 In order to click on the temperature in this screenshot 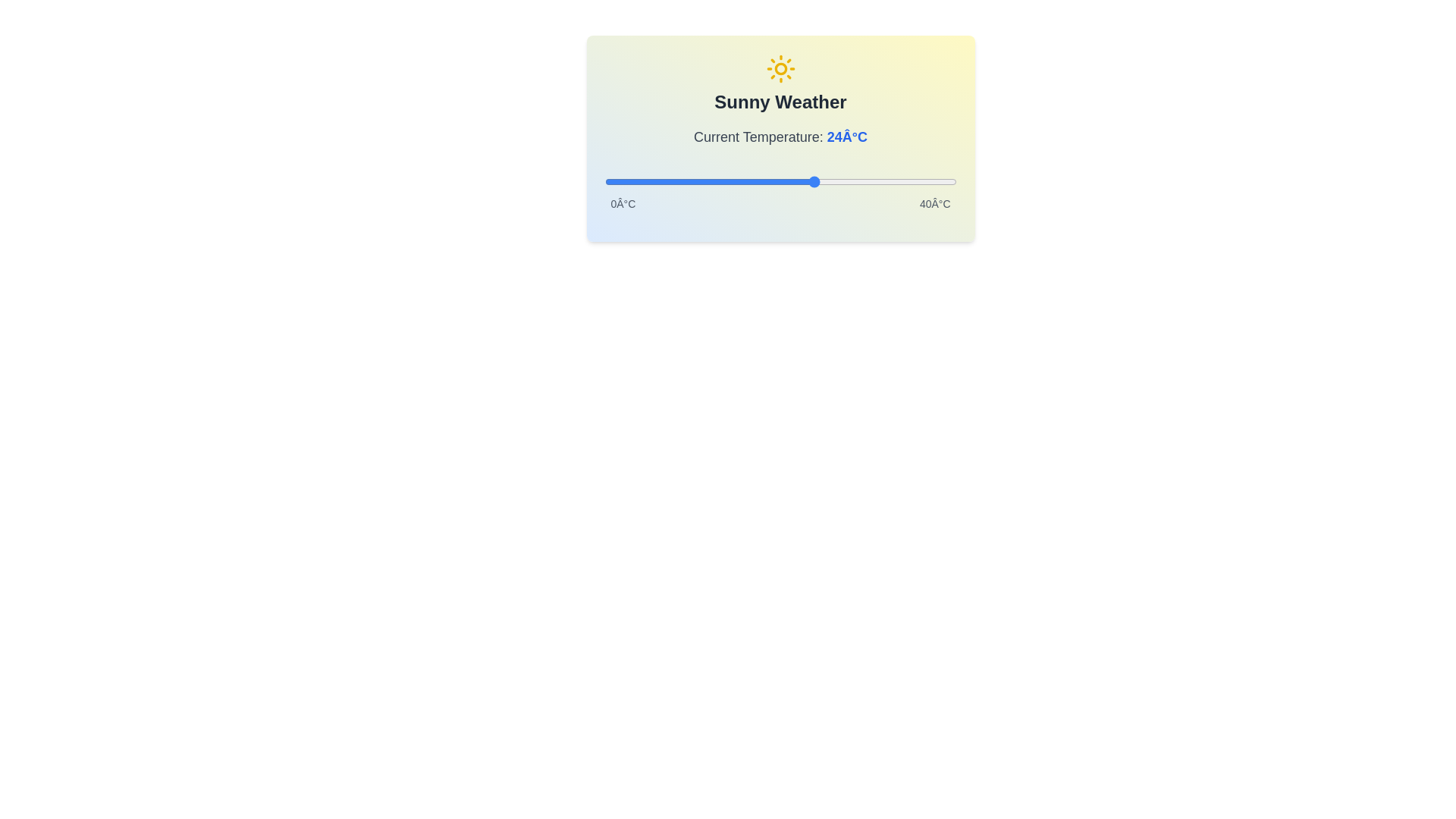, I will do `click(726, 180)`.